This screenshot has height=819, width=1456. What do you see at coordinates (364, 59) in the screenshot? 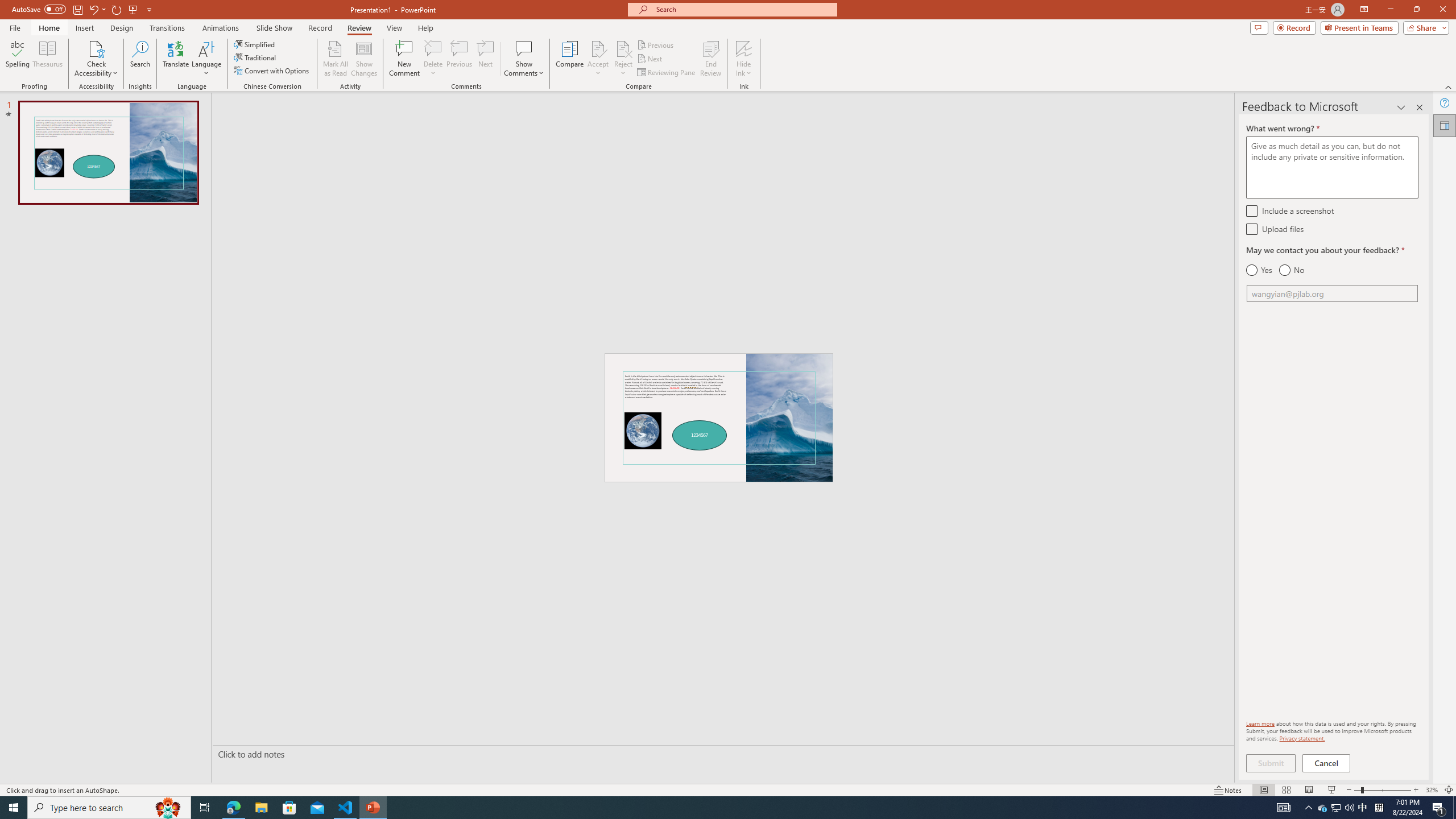
I see `'Show Changes'` at bounding box center [364, 59].